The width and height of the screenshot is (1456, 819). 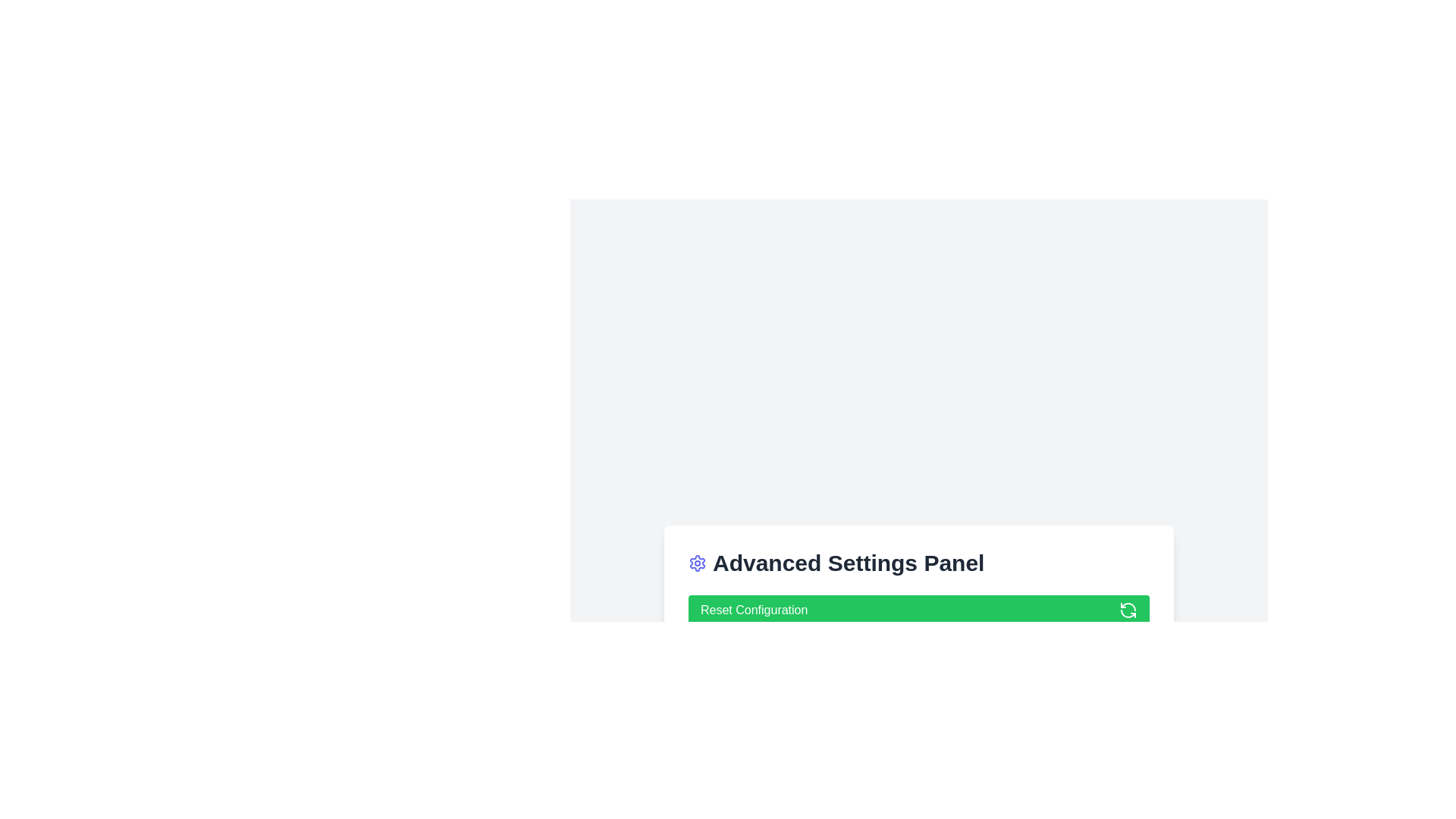 What do you see at coordinates (918, 610) in the screenshot?
I see `the 'Reset Configuration' button located` at bounding box center [918, 610].